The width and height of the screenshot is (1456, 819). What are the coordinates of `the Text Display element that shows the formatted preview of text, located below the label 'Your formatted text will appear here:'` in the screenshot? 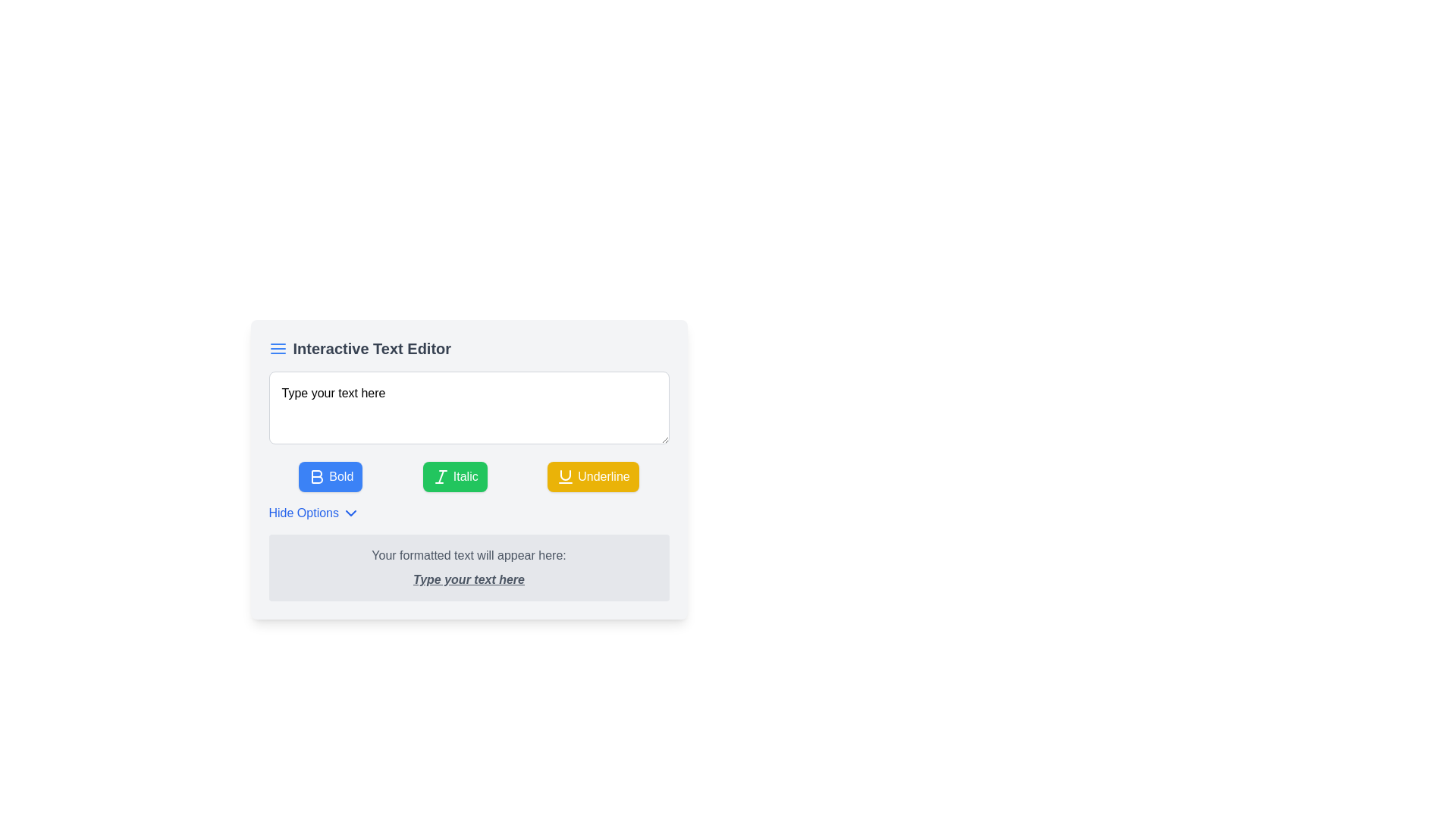 It's located at (468, 579).